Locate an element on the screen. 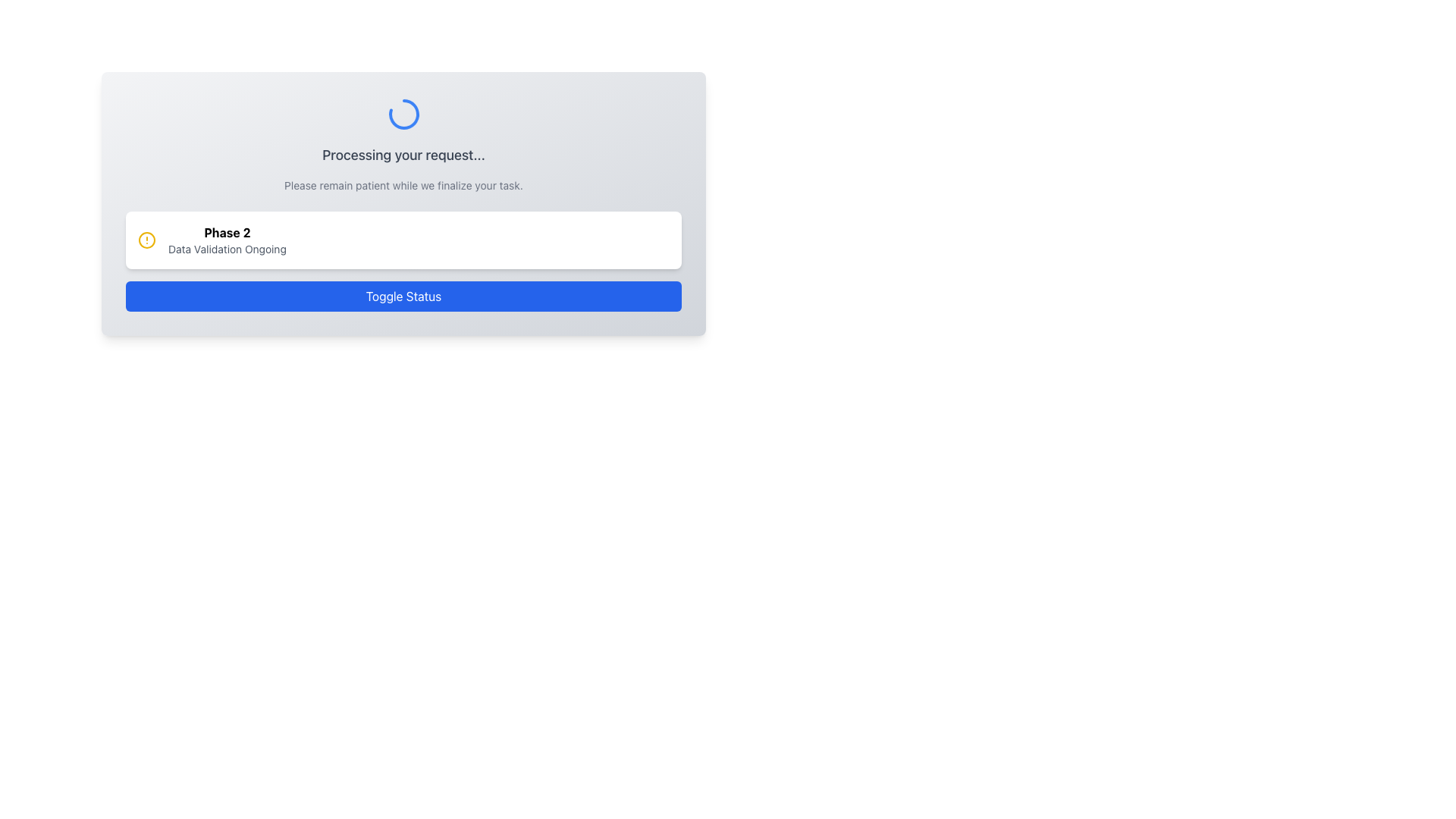 Image resolution: width=1456 pixels, height=819 pixels. the Text block that displays the current phase and its status, located below the spinner icon and above the blue button labeled 'Toggle Status' is located at coordinates (403, 213).